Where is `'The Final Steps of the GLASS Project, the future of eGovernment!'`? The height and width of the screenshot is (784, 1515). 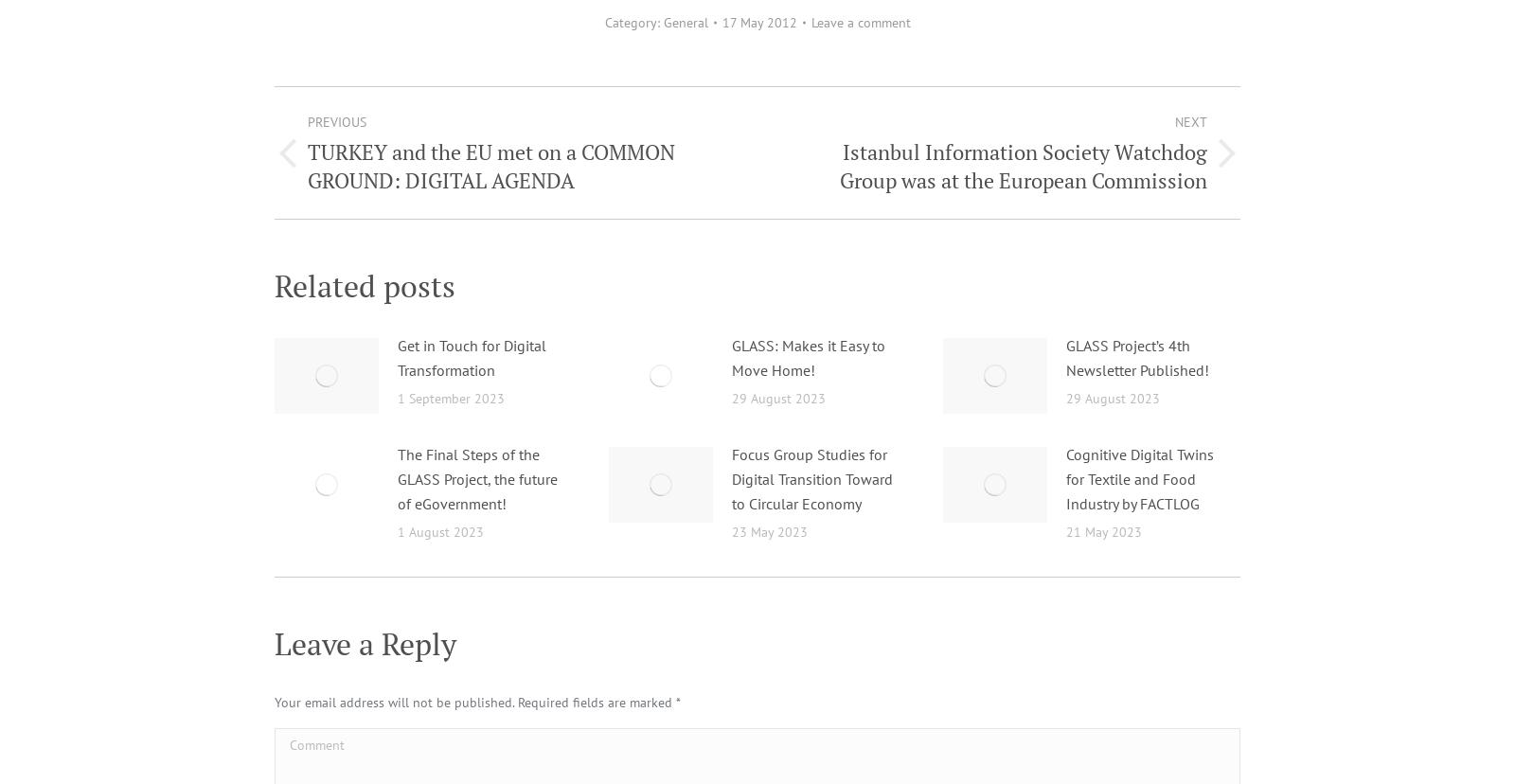
'The Final Steps of the GLASS Project, the future of eGovernment!' is located at coordinates (397, 478).